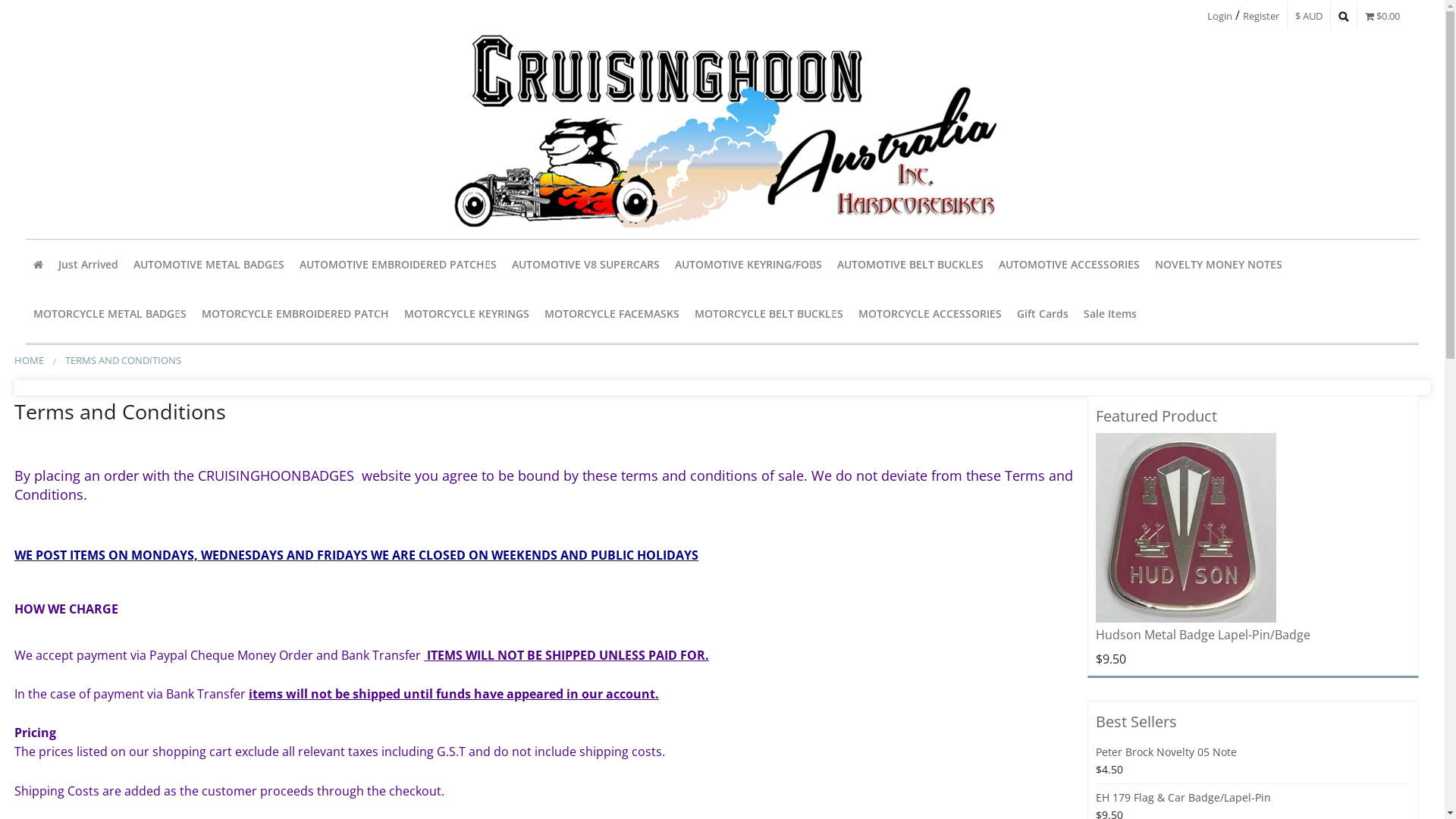 The image size is (1456, 819). Describe the element at coordinates (108, 312) in the screenshot. I see `'MOTORCYCLE METAL BADGES'` at that location.